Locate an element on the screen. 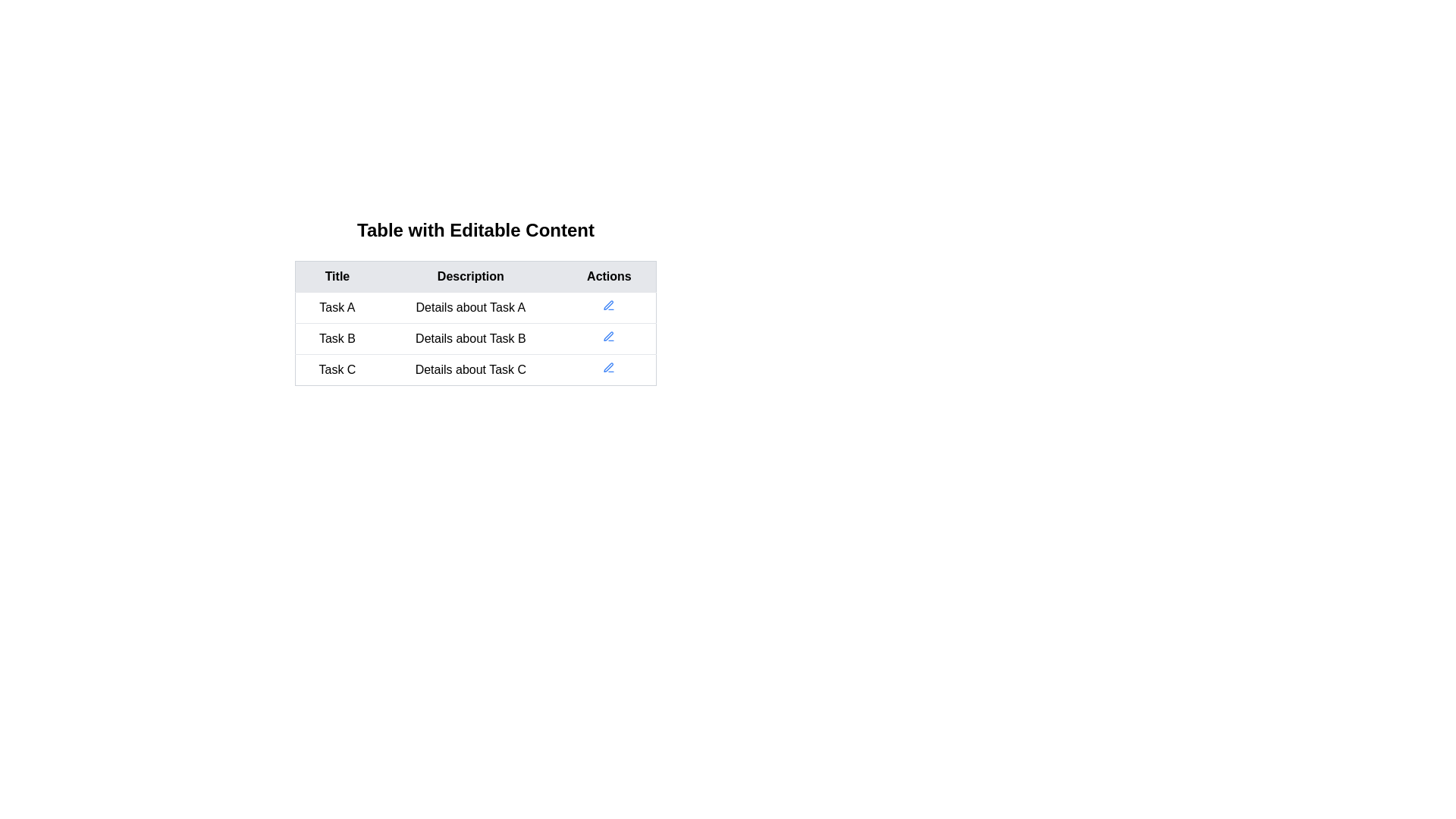 This screenshot has height=819, width=1456. the text label in the third row of the 'Title' column that identifies the task labeled 'Task C' is located at coordinates (336, 370).